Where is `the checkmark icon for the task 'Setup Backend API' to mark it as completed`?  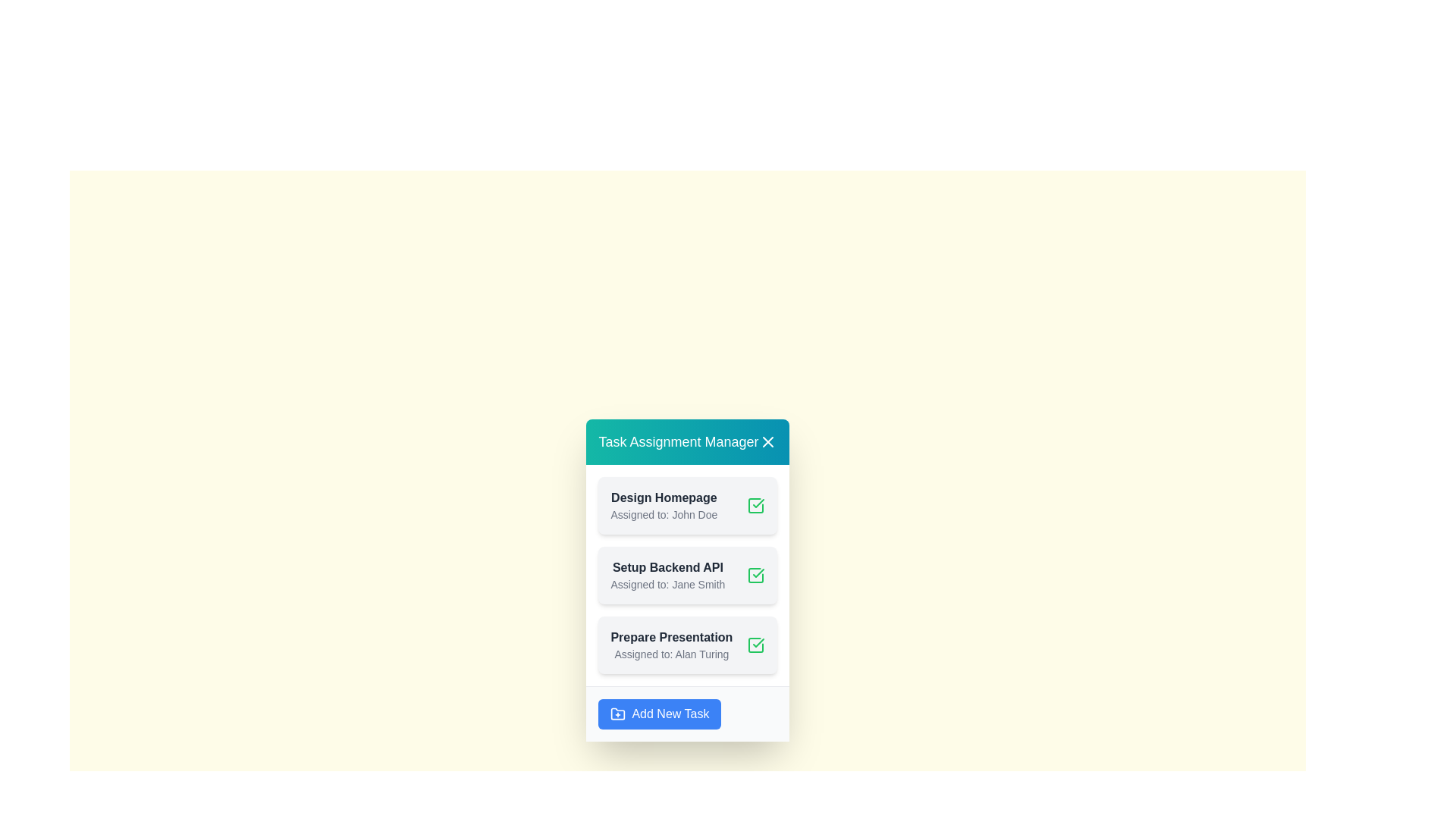
the checkmark icon for the task 'Setup Backend API' to mark it as completed is located at coordinates (755, 575).